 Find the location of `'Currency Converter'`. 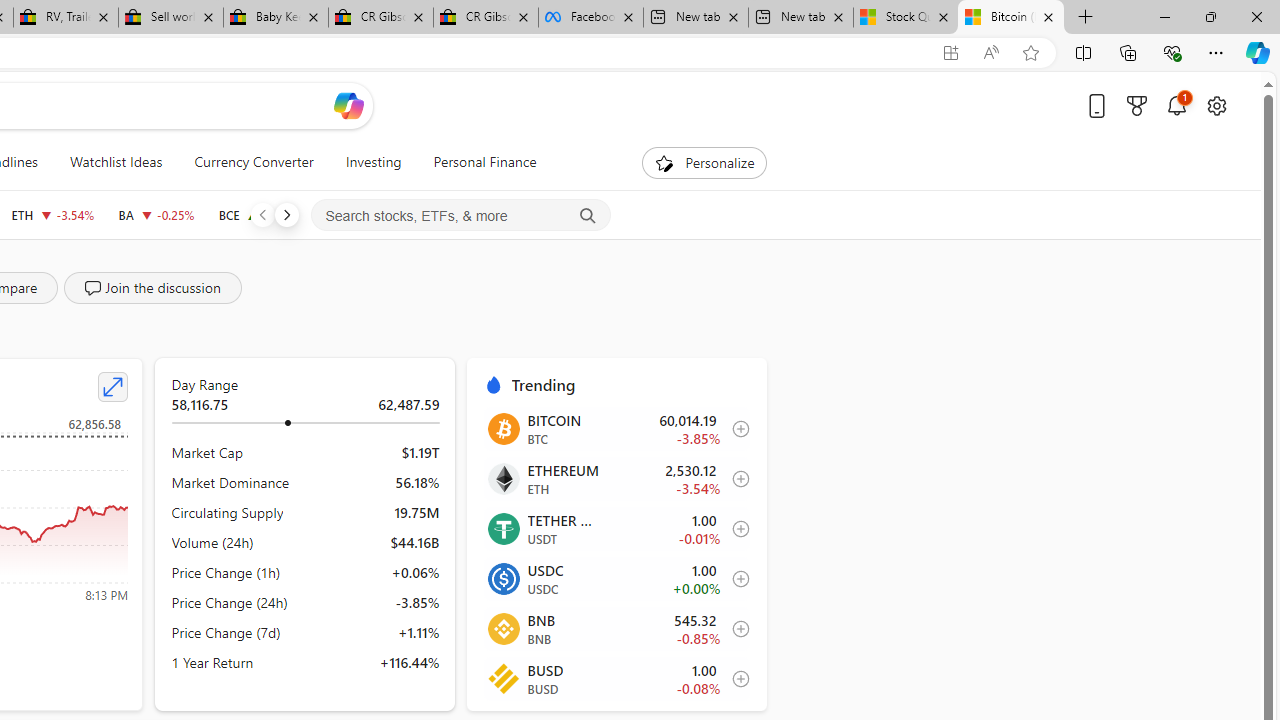

'Currency Converter' is located at coordinates (253, 162).